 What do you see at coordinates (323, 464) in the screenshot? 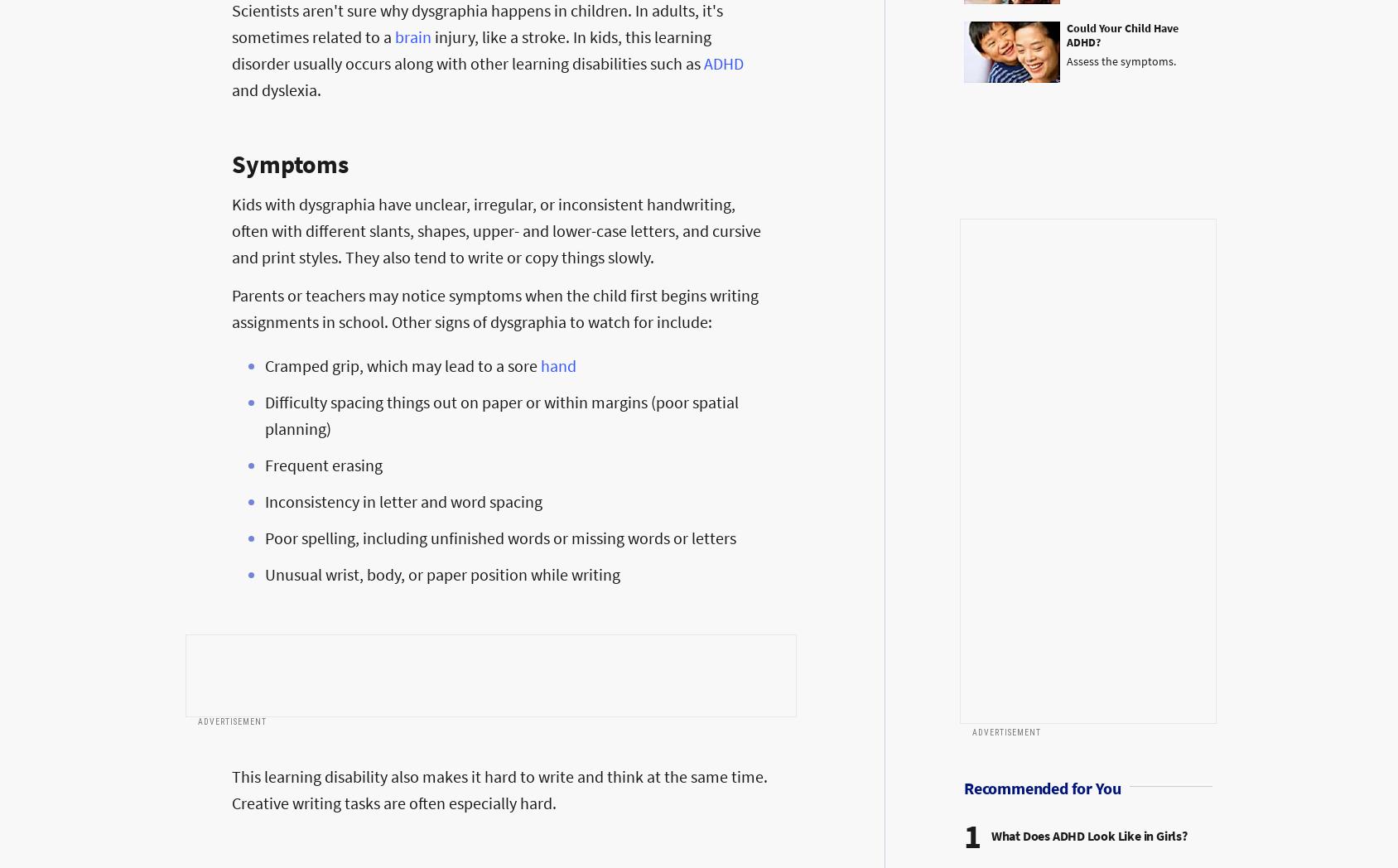
I see `'Frequent erasing'` at bounding box center [323, 464].